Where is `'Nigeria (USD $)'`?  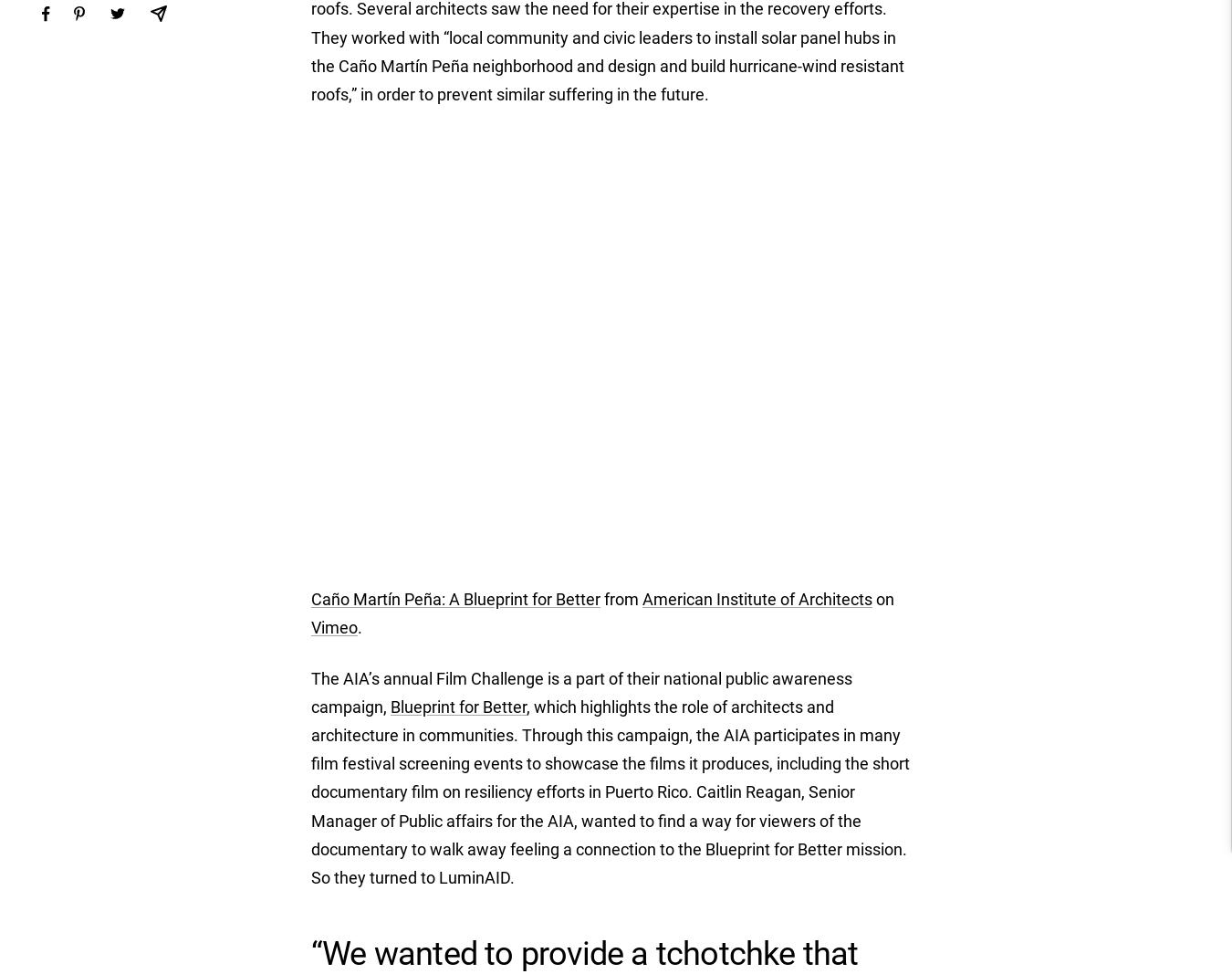 'Nigeria (USD $)' is located at coordinates (888, 812).